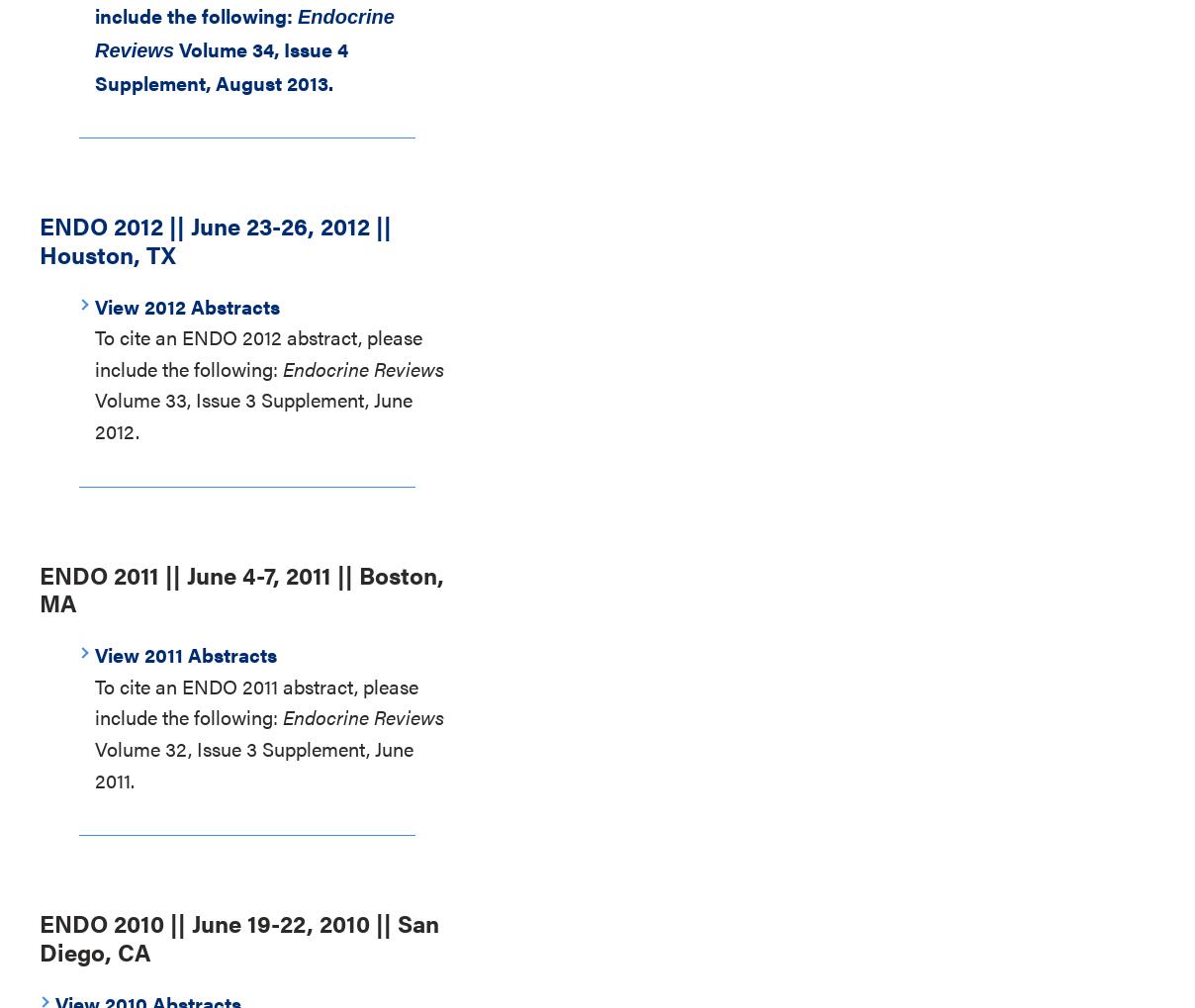 This screenshot has height=1008, width=1195. What do you see at coordinates (94, 64) in the screenshot?
I see `'Volume 34, Issue 4 Supplement, August 2013.'` at bounding box center [94, 64].